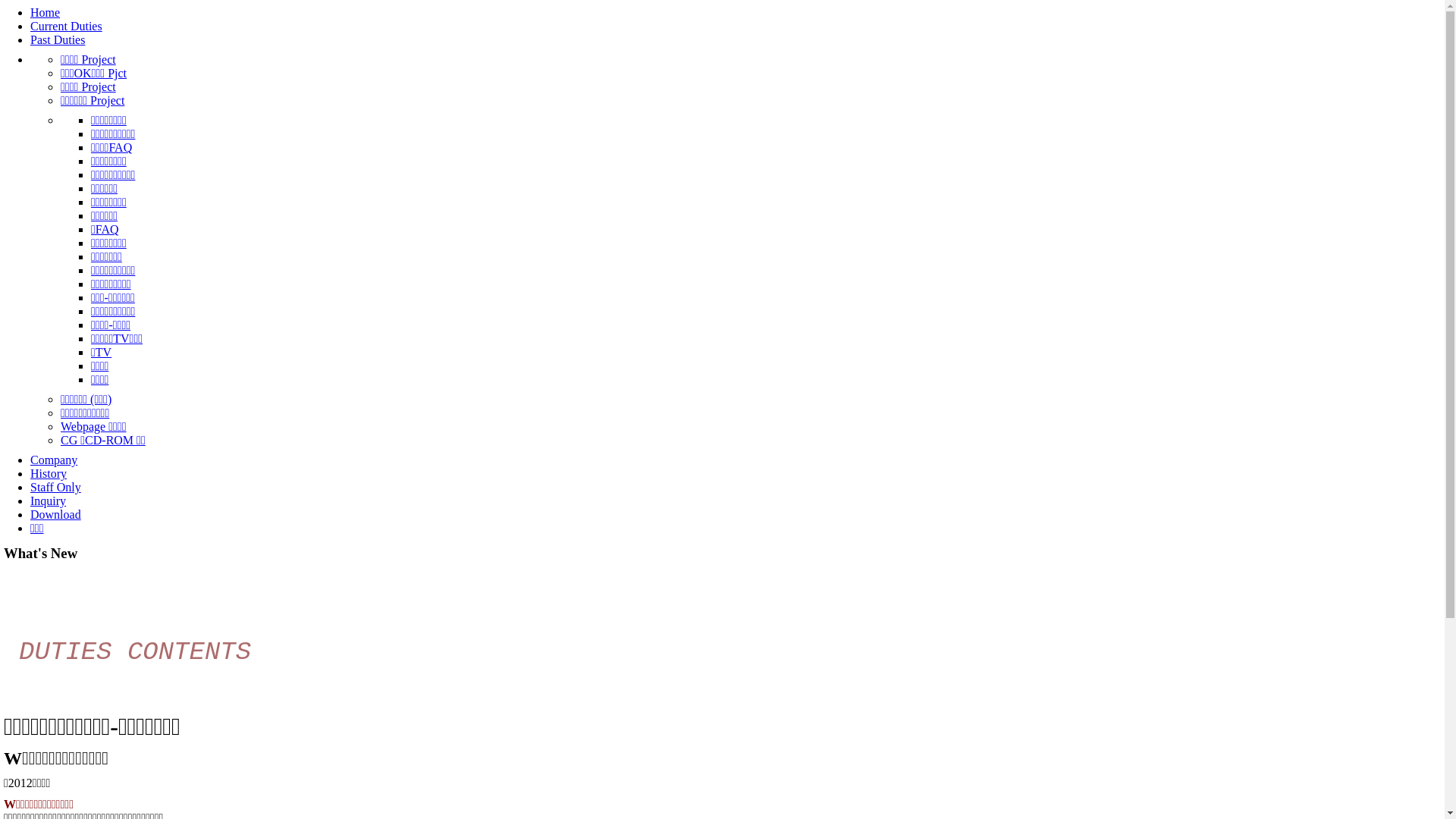 Image resolution: width=1456 pixels, height=819 pixels. I want to click on 'Inquiry', so click(30, 500).